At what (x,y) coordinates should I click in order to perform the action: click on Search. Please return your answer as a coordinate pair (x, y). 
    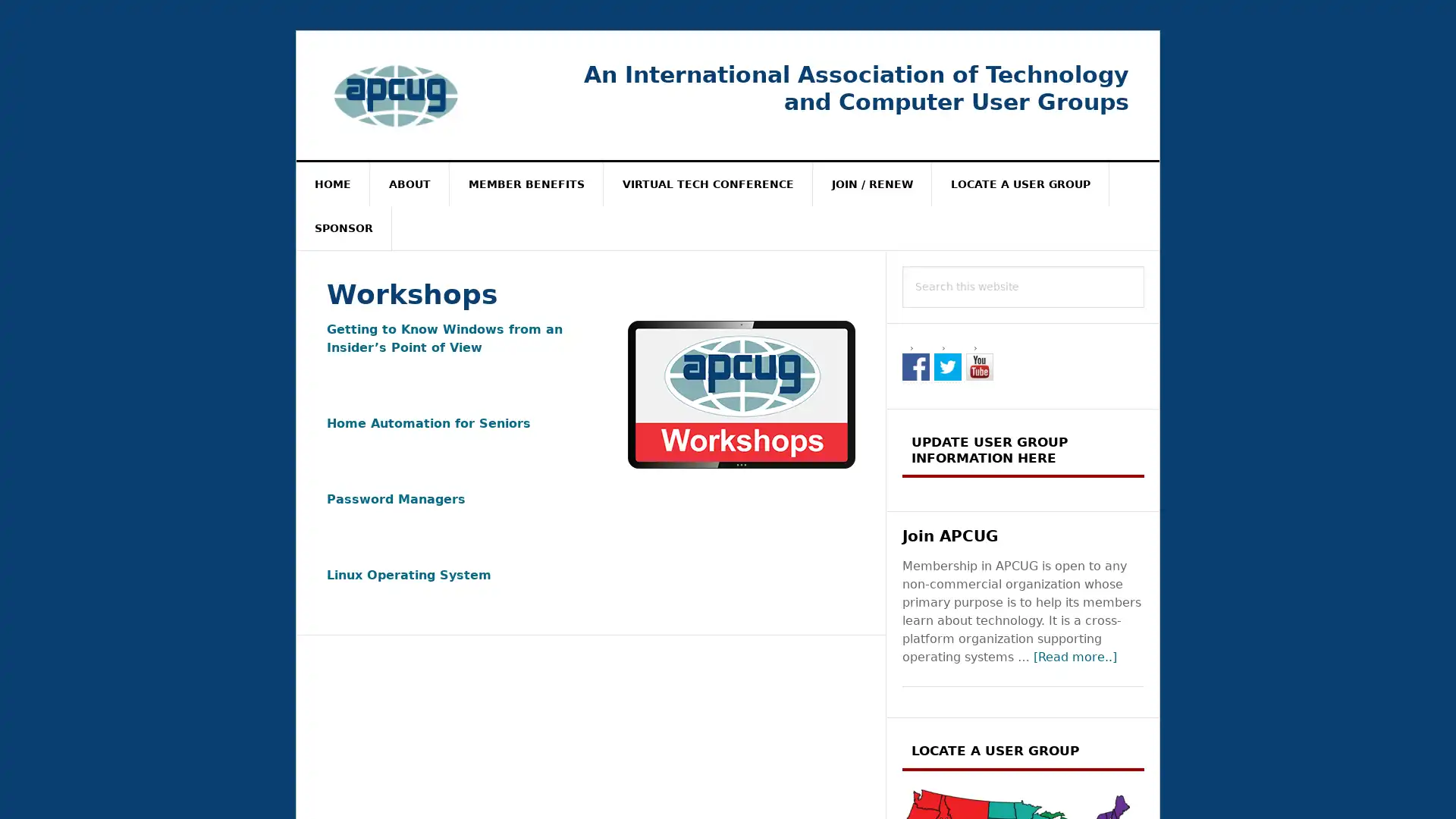
    Looking at the image, I should click on (1144, 265).